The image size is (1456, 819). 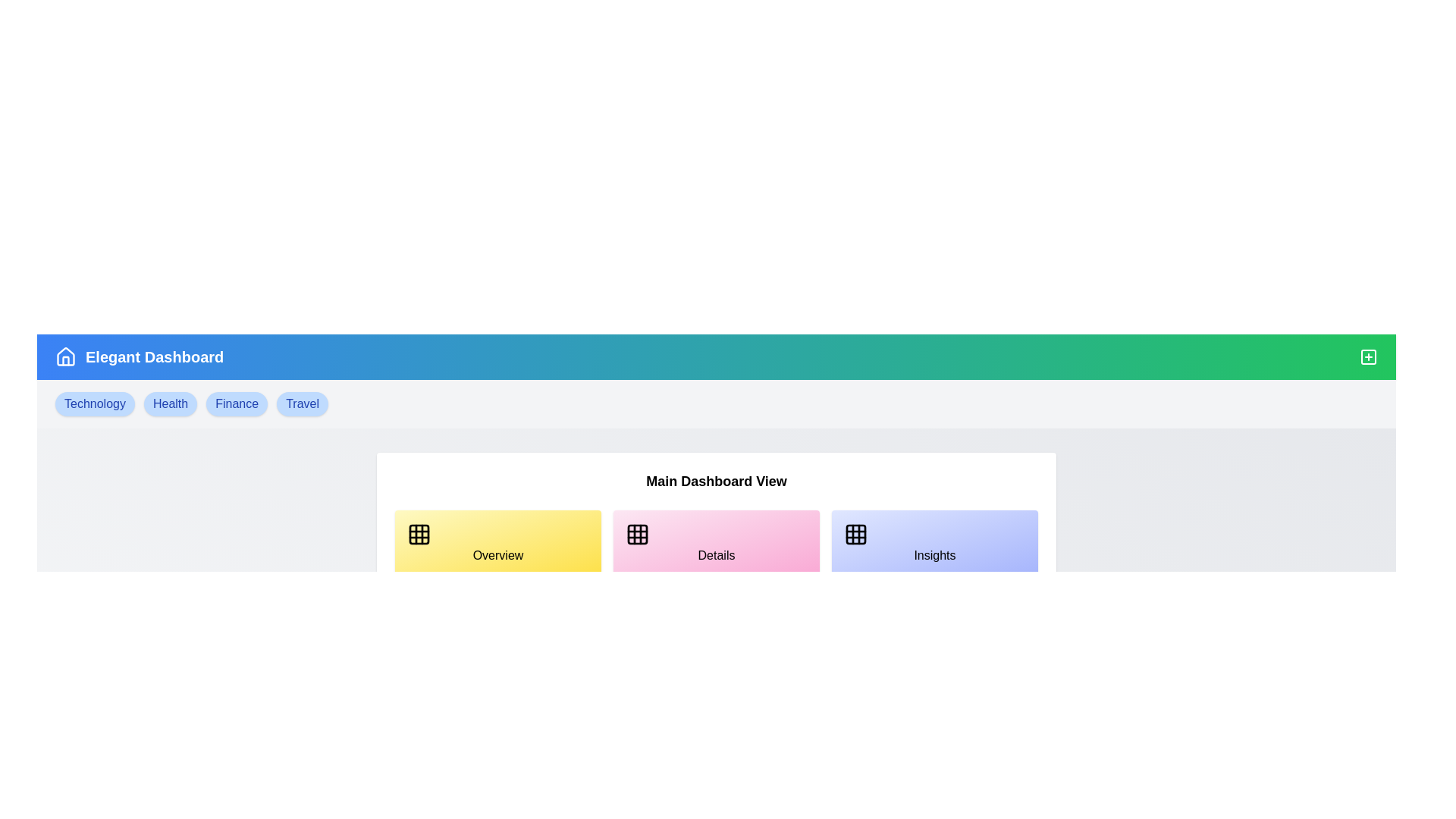 I want to click on the Details card to explore its content, so click(x=716, y=543).